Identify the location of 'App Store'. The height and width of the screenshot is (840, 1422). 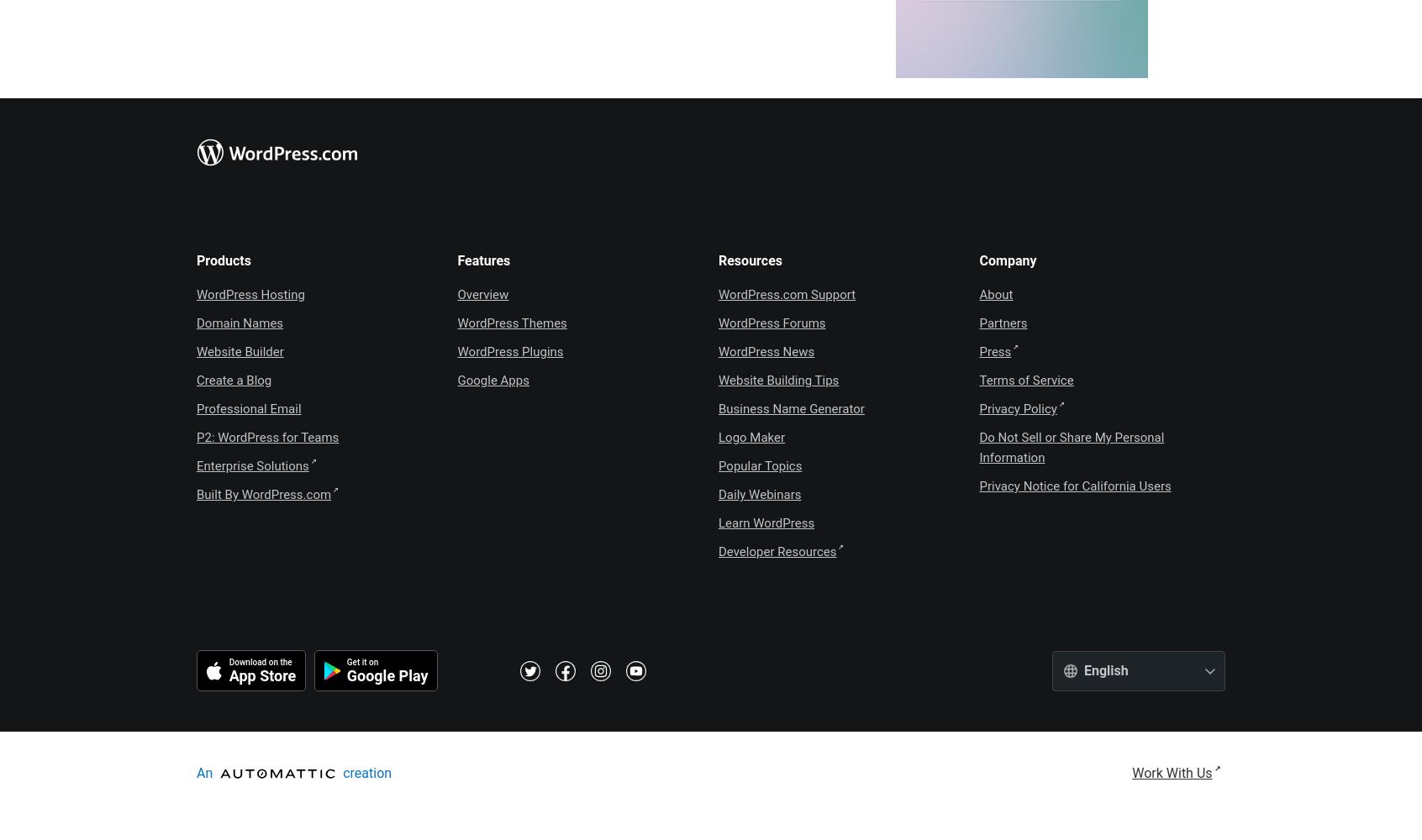
(261, 675).